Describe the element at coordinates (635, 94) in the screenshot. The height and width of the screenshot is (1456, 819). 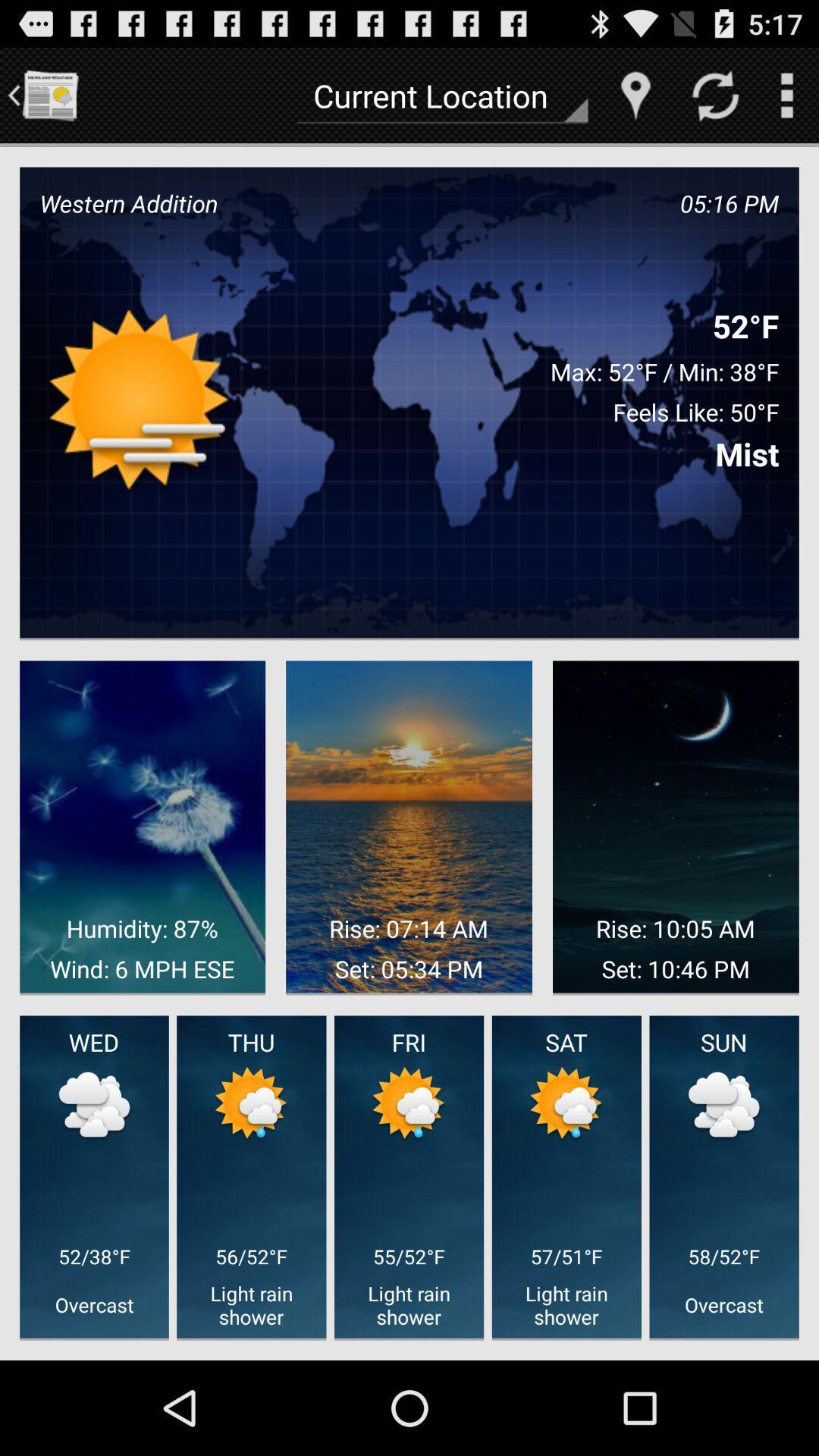
I see `location` at that location.